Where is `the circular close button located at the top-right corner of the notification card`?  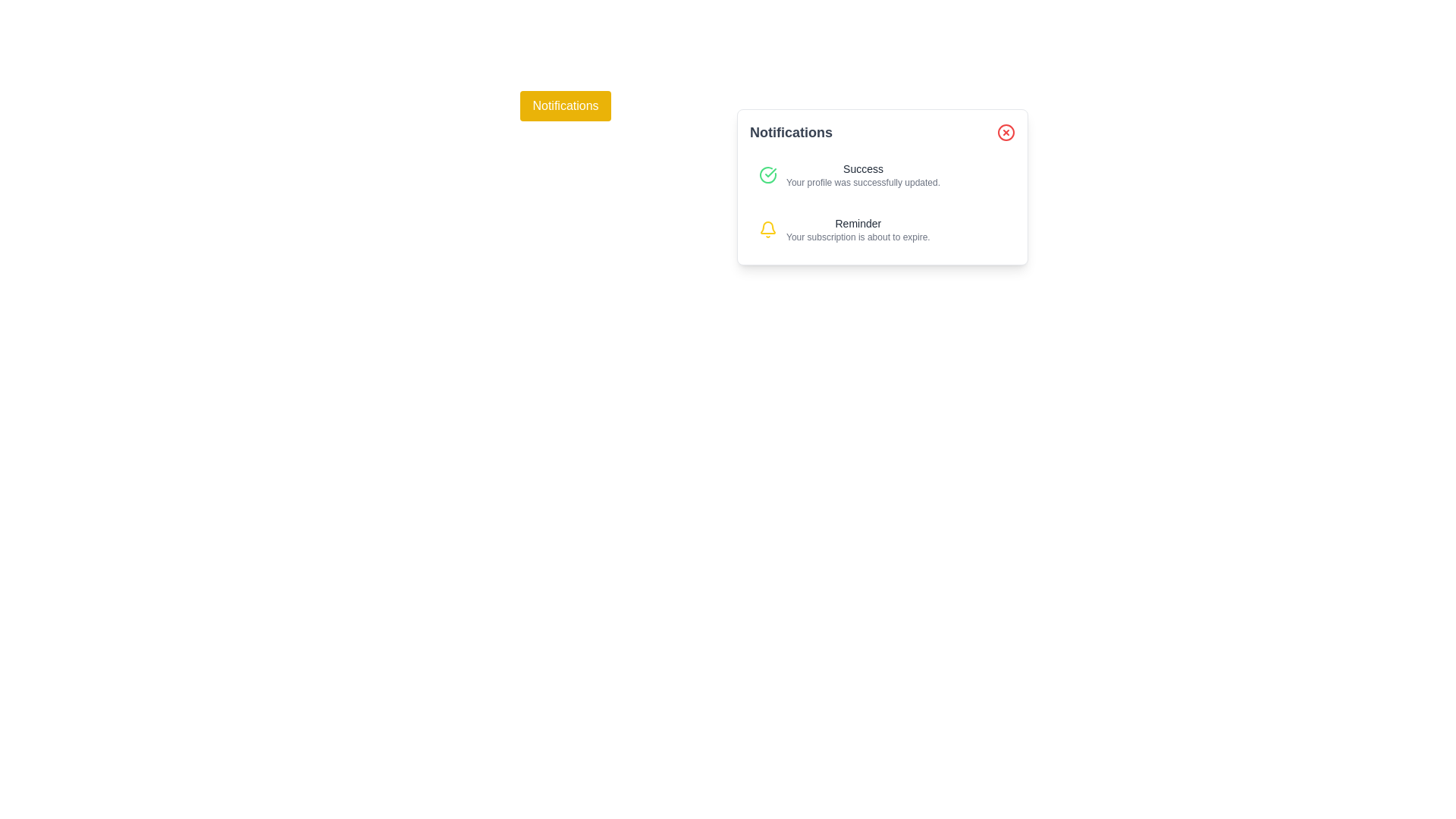
the circular close button located at the top-right corner of the notification card is located at coordinates (1006, 131).